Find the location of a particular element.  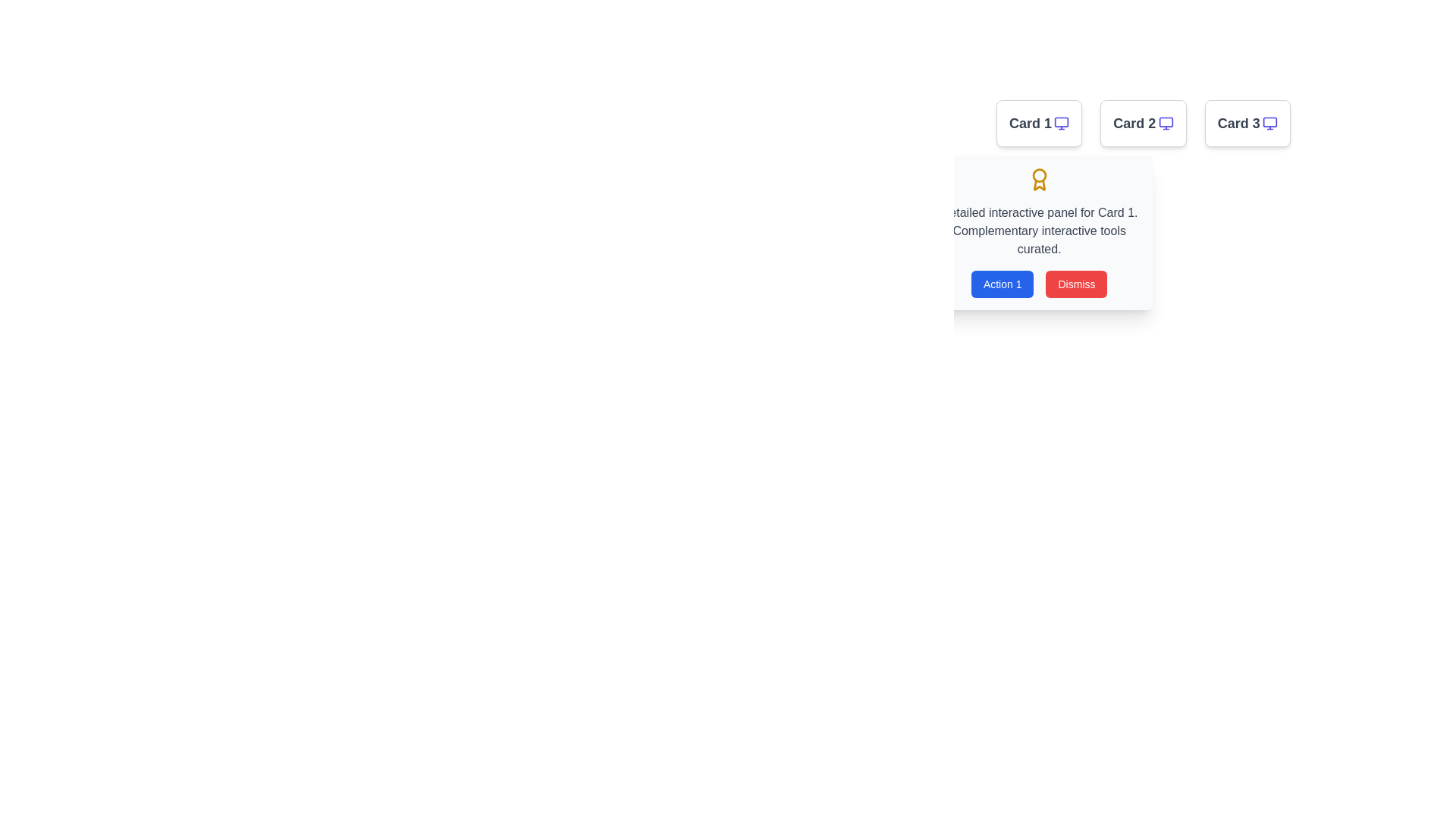

the blue rectangular button labeled 'Action 1' to observe its hover effect is located at coordinates (1003, 284).